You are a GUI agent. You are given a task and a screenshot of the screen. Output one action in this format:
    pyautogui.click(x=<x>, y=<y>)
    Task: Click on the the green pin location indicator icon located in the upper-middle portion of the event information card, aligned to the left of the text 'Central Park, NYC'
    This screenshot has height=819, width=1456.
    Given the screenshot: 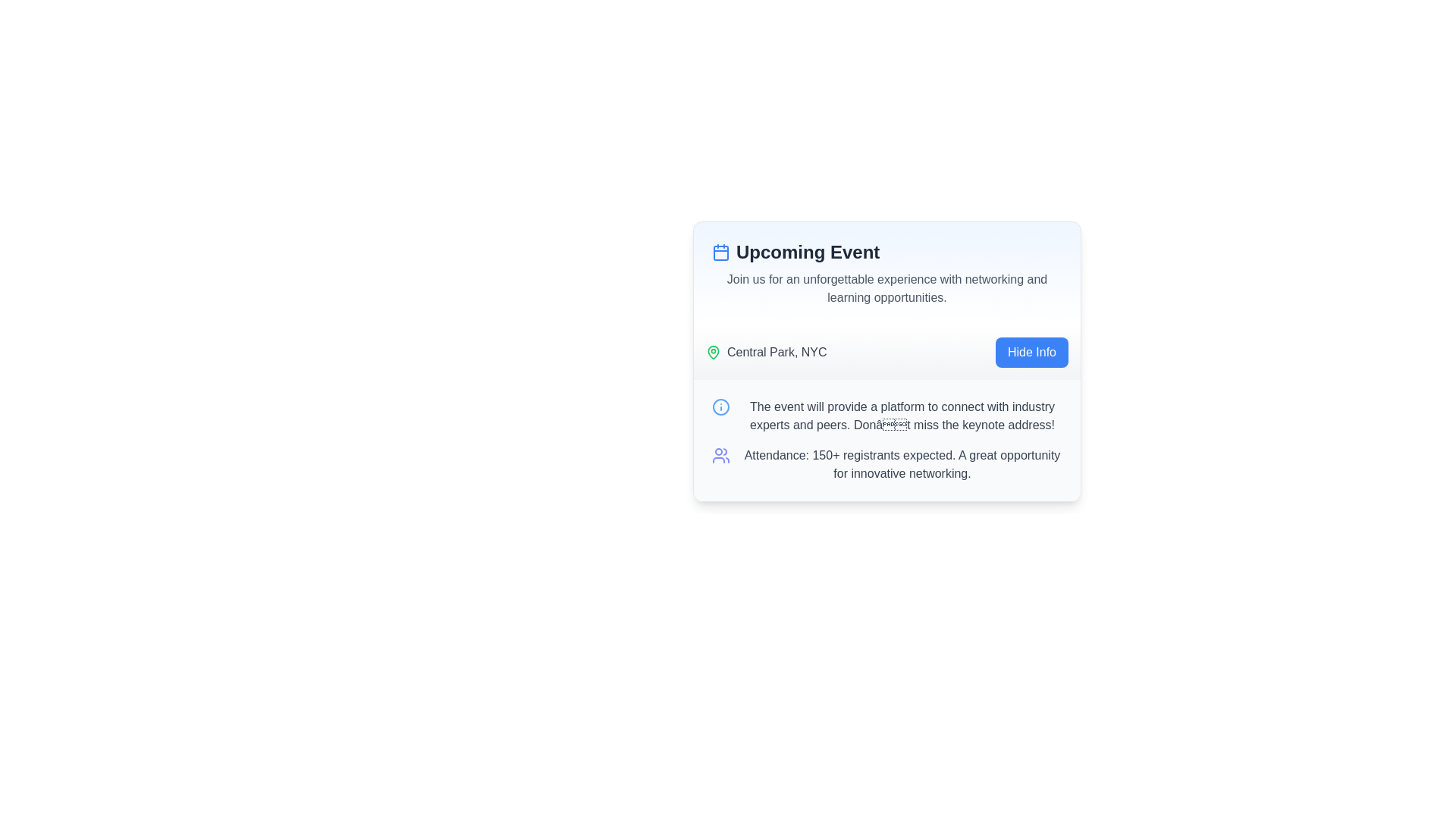 What is the action you would take?
    pyautogui.click(x=712, y=351)
    